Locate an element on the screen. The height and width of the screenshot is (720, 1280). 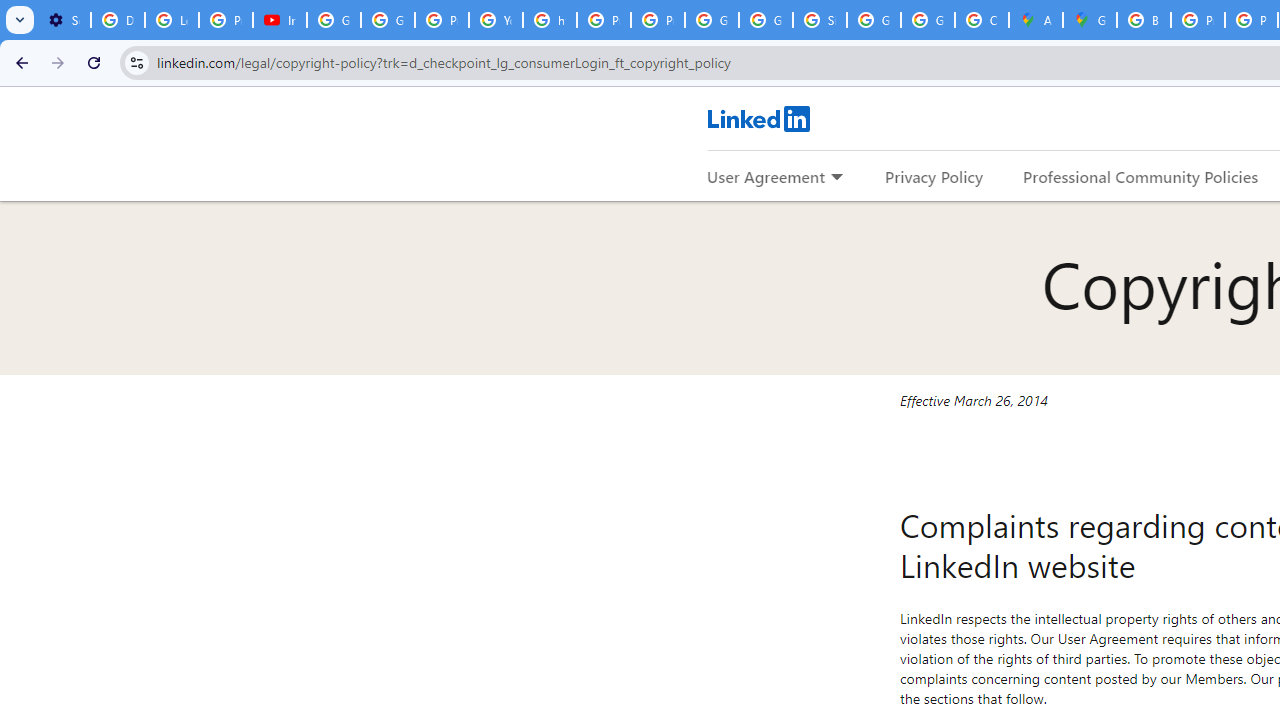
'Privacy Help Center - Policies Help' is located at coordinates (1198, 20).